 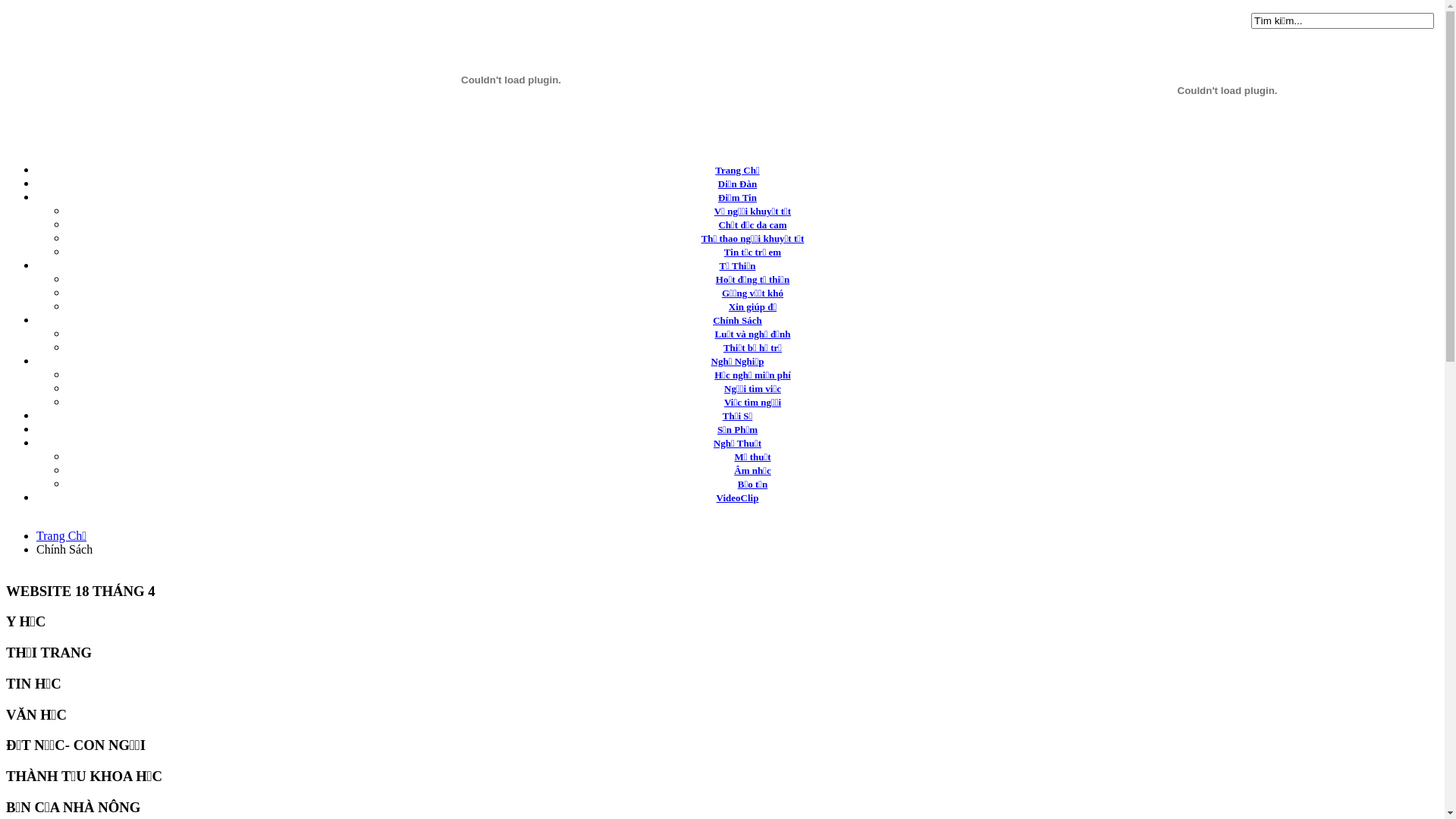 I want to click on 'VideoClip', so click(x=716, y=497).